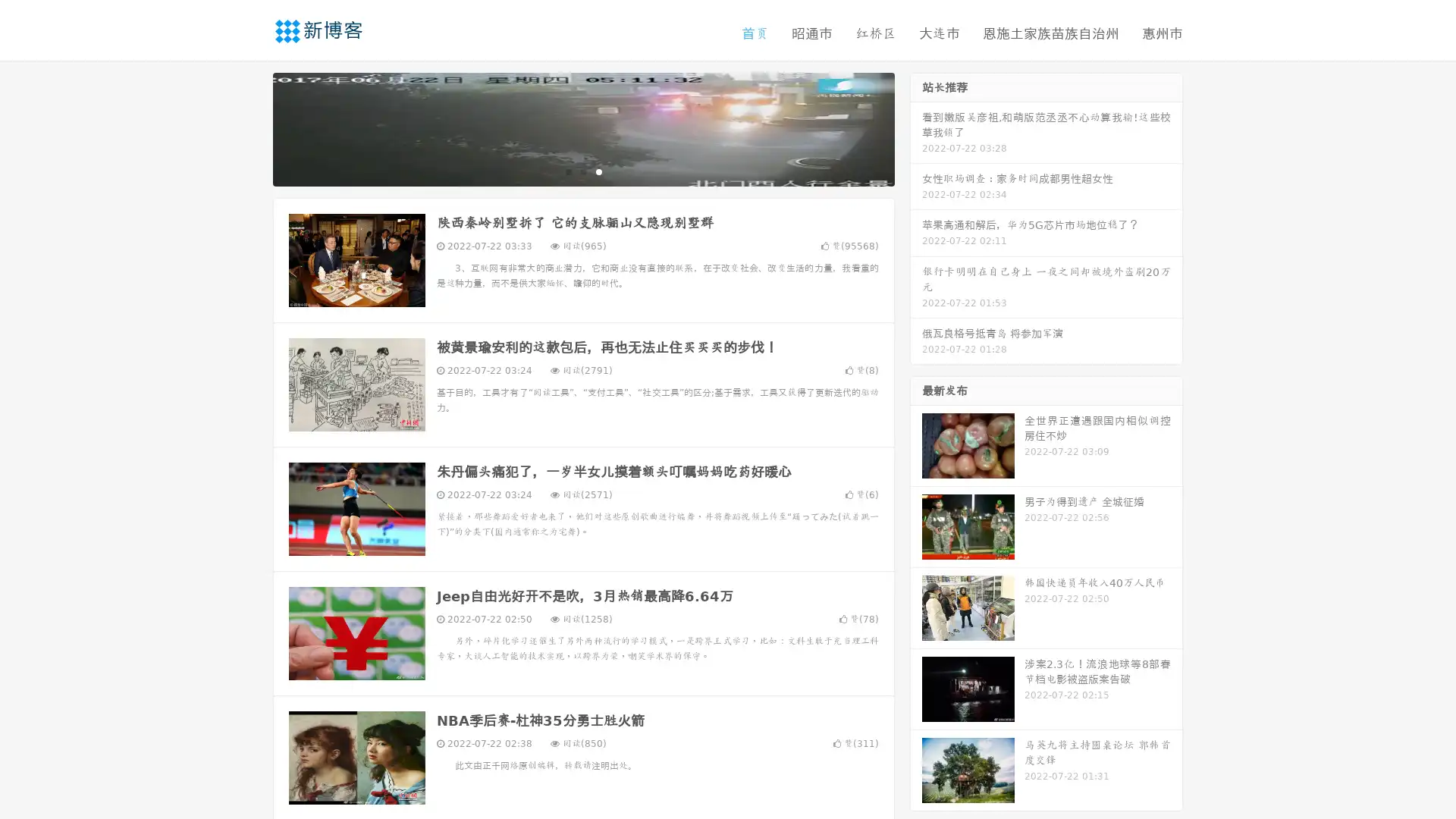 The image size is (1456, 819). What do you see at coordinates (916, 127) in the screenshot?
I see `Next slide` at bounding box center [916, 127].